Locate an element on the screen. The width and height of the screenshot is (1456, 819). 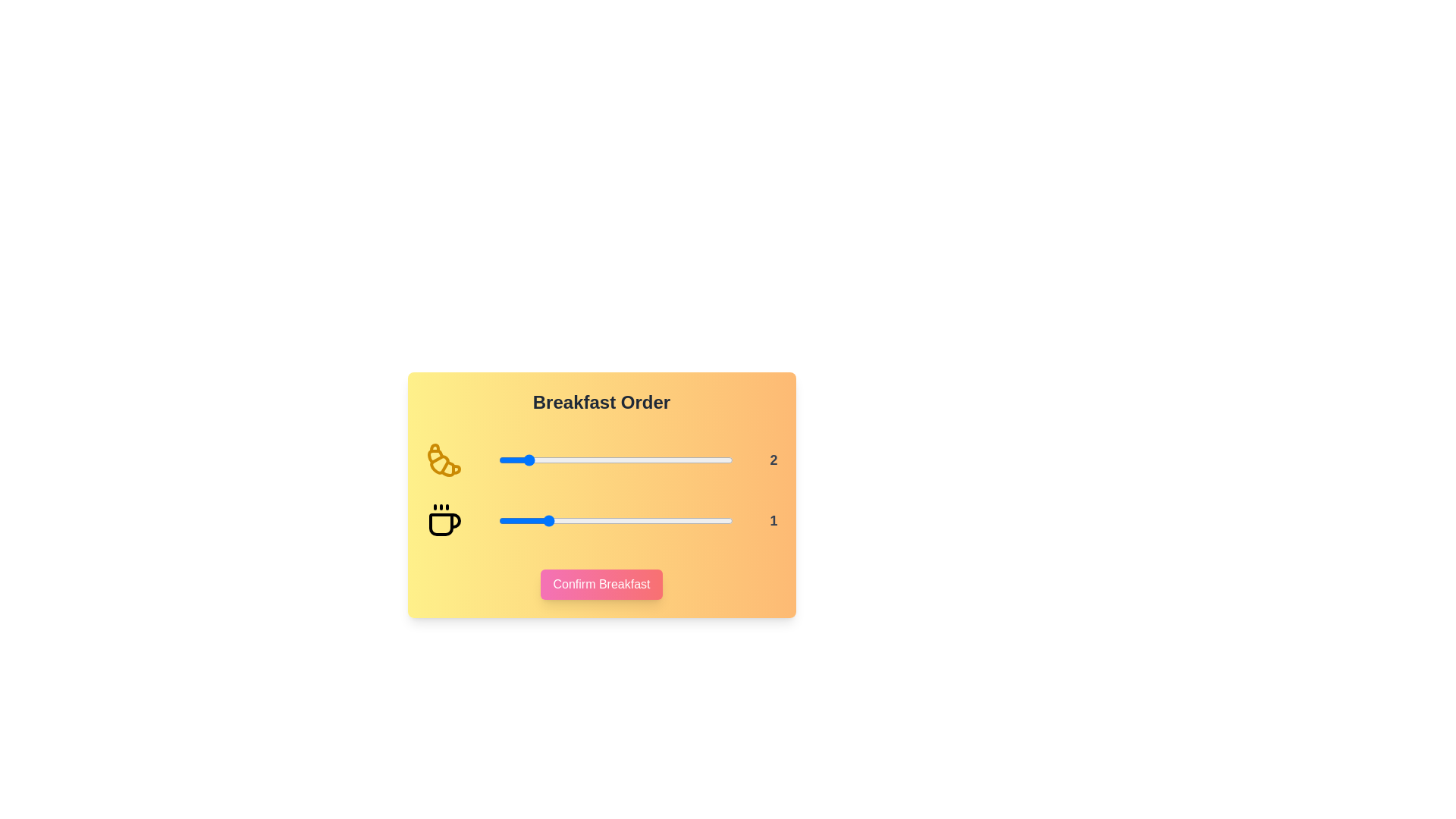
the coffee quantity to 1 using the slider is located at coordinates (545, 519).